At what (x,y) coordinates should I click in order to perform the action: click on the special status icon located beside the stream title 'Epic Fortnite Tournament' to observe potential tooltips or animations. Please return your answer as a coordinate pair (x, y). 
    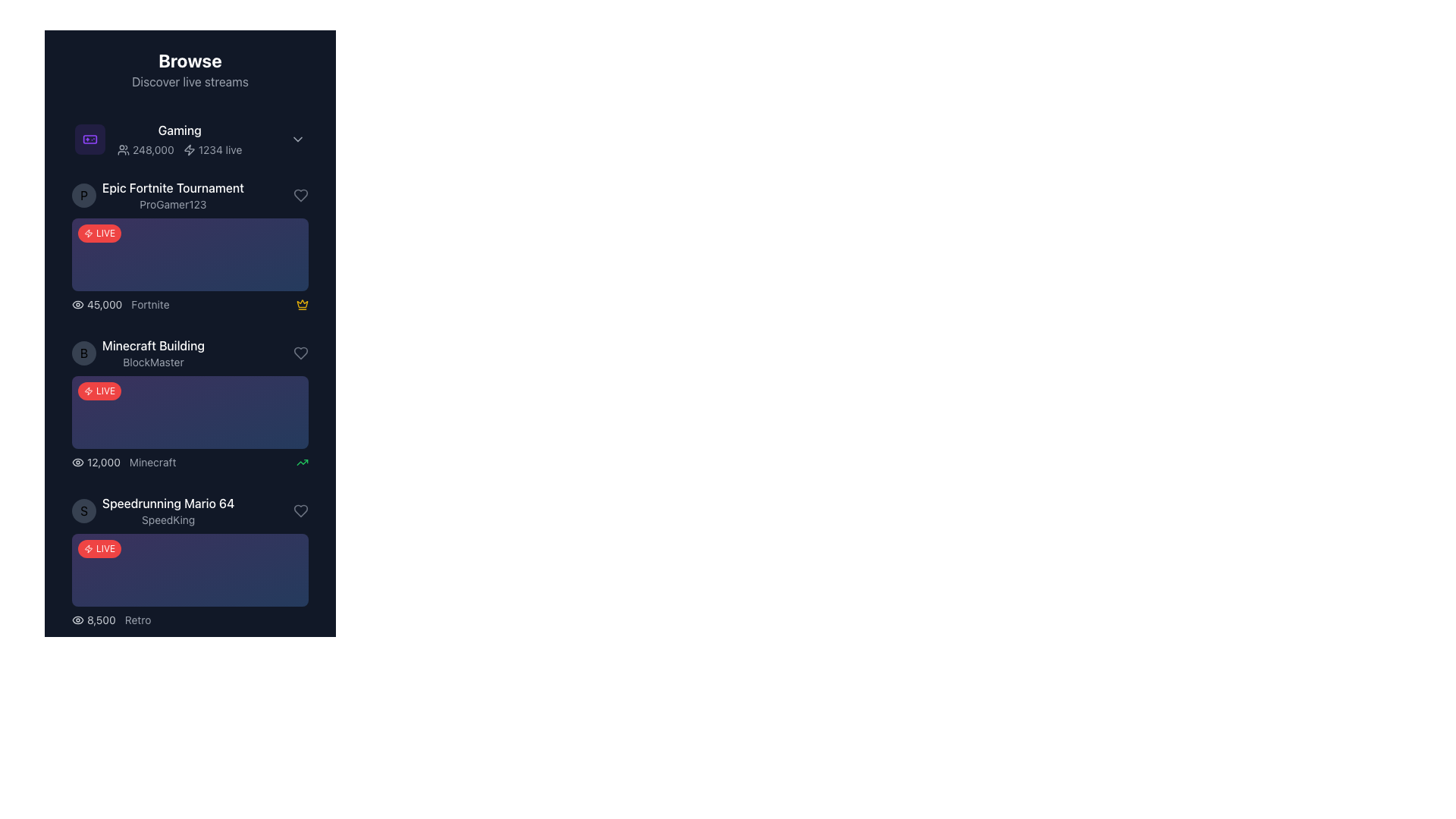
    Looking at the image, I should click on (302, 303).